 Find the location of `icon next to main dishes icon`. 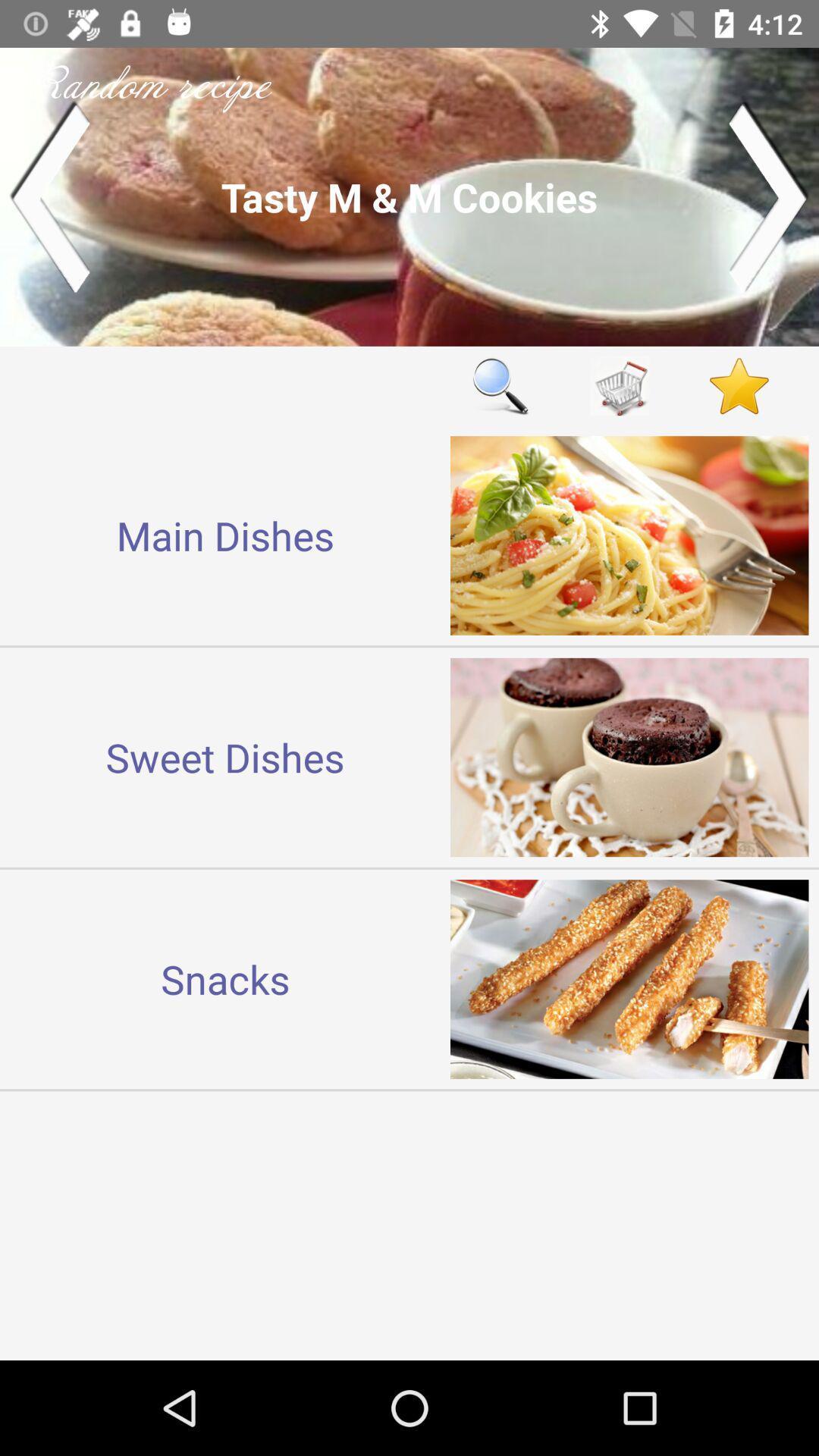

icon next to main dishes icon is located at coordinates (500, 386).